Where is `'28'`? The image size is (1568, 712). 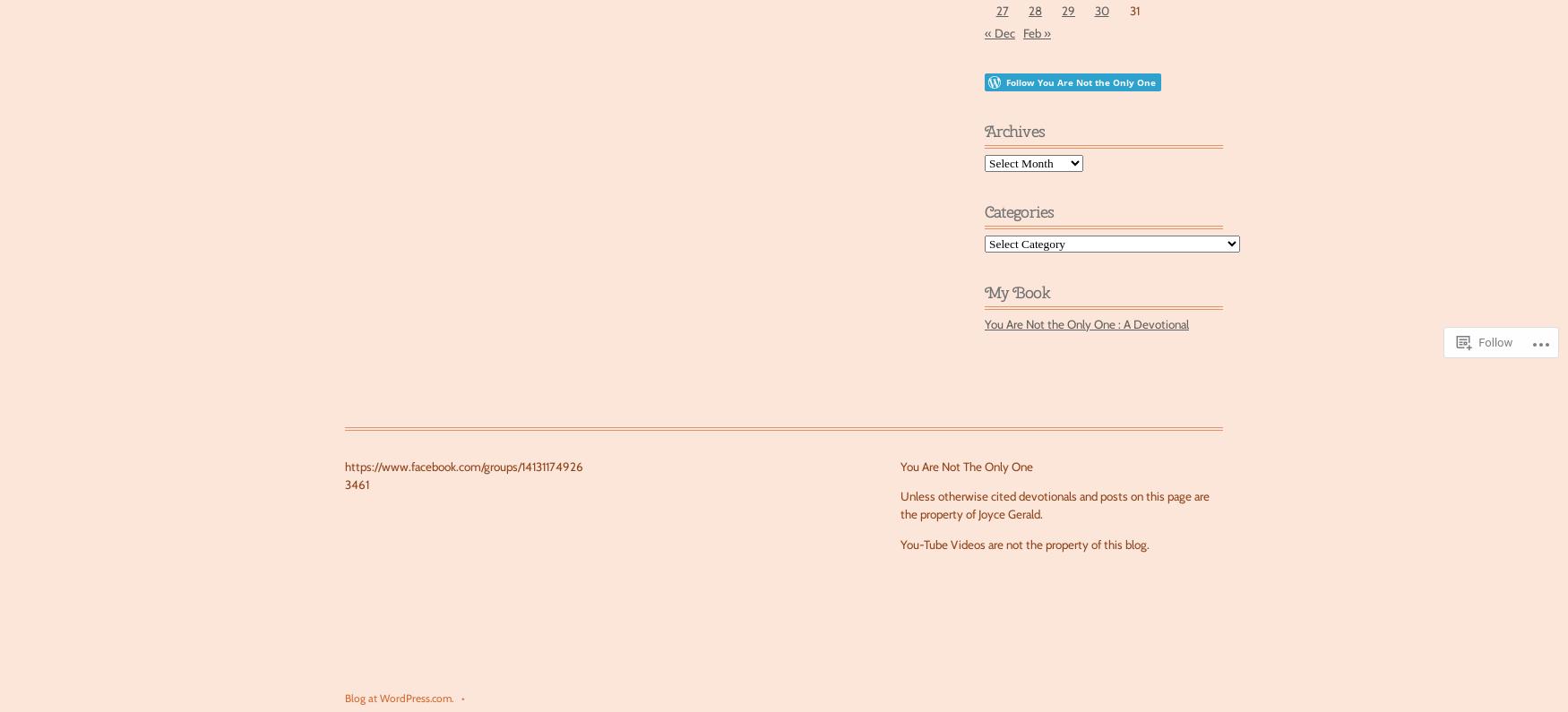 '28' is located at coordinates (1034, 10).